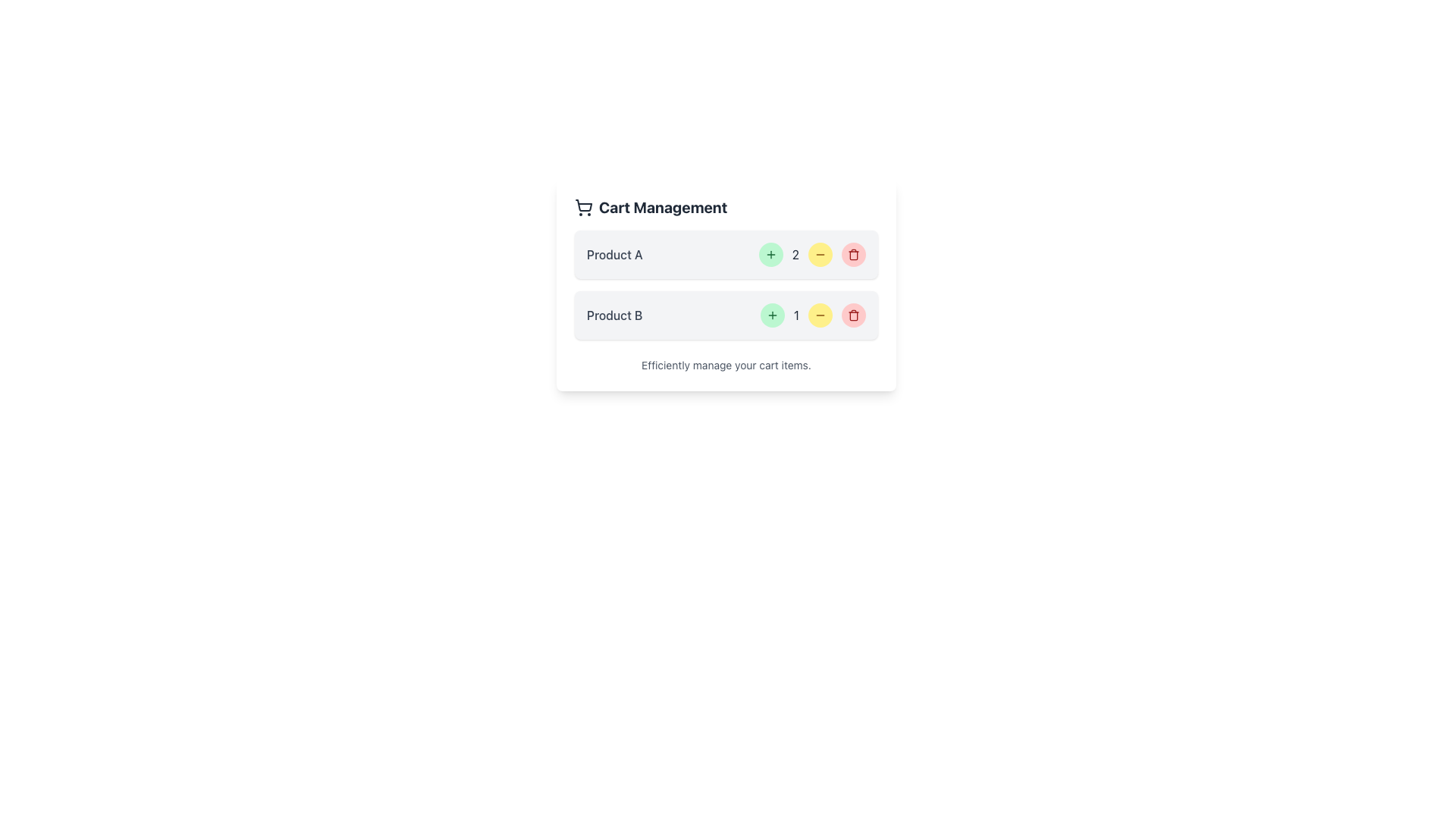 Image resolution: width=1456 pixels, height=819 pixels. Describe the element at coordinates (819, 315) in the screenshot. I see `the decrement button for 'Product B'` at that location.